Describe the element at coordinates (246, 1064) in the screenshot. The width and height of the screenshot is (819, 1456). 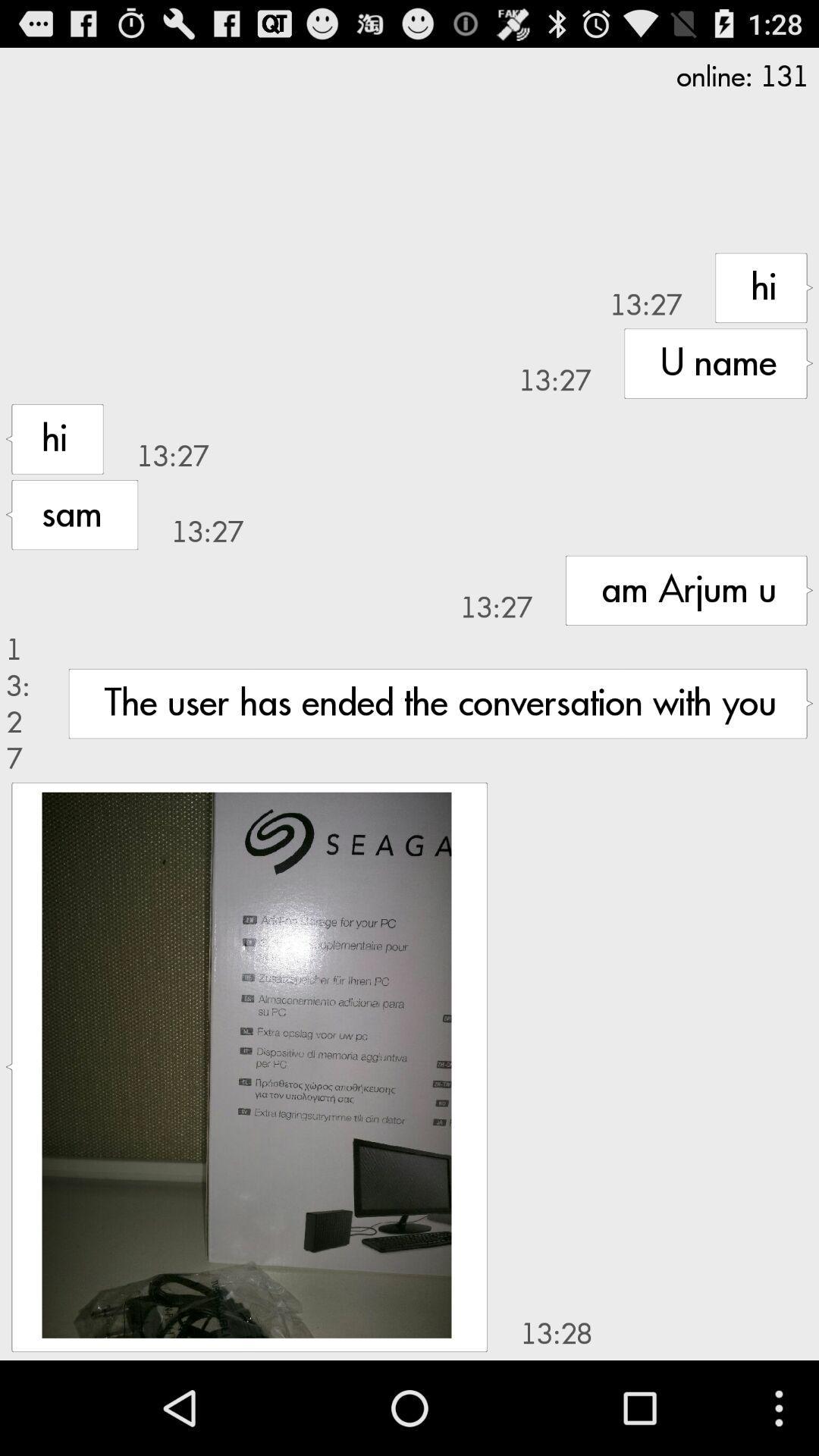
I see `enlarge photo` at that location.